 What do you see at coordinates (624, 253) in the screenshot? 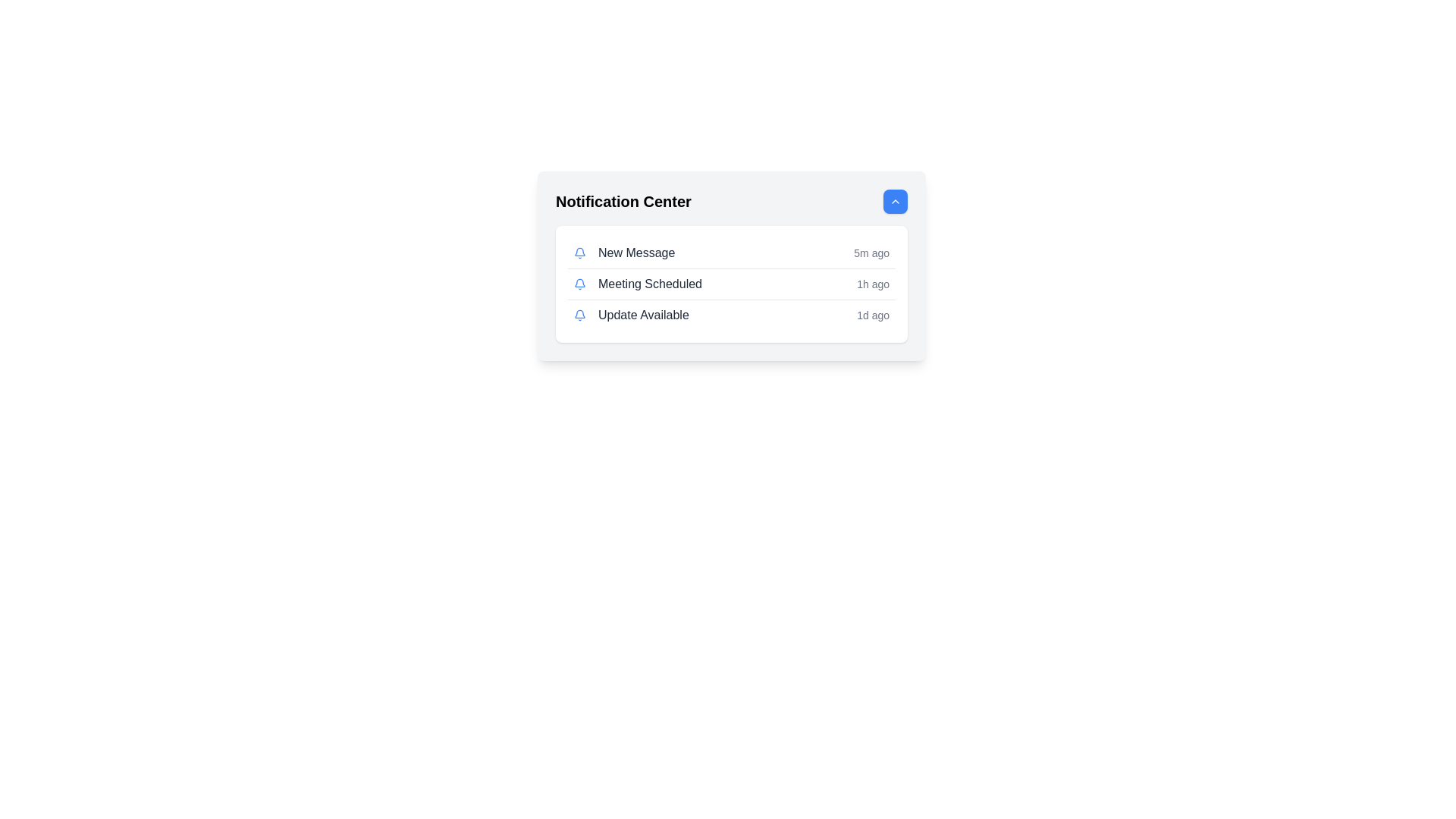
I see `the 'New Message' label` at bounding box center [624, 253].